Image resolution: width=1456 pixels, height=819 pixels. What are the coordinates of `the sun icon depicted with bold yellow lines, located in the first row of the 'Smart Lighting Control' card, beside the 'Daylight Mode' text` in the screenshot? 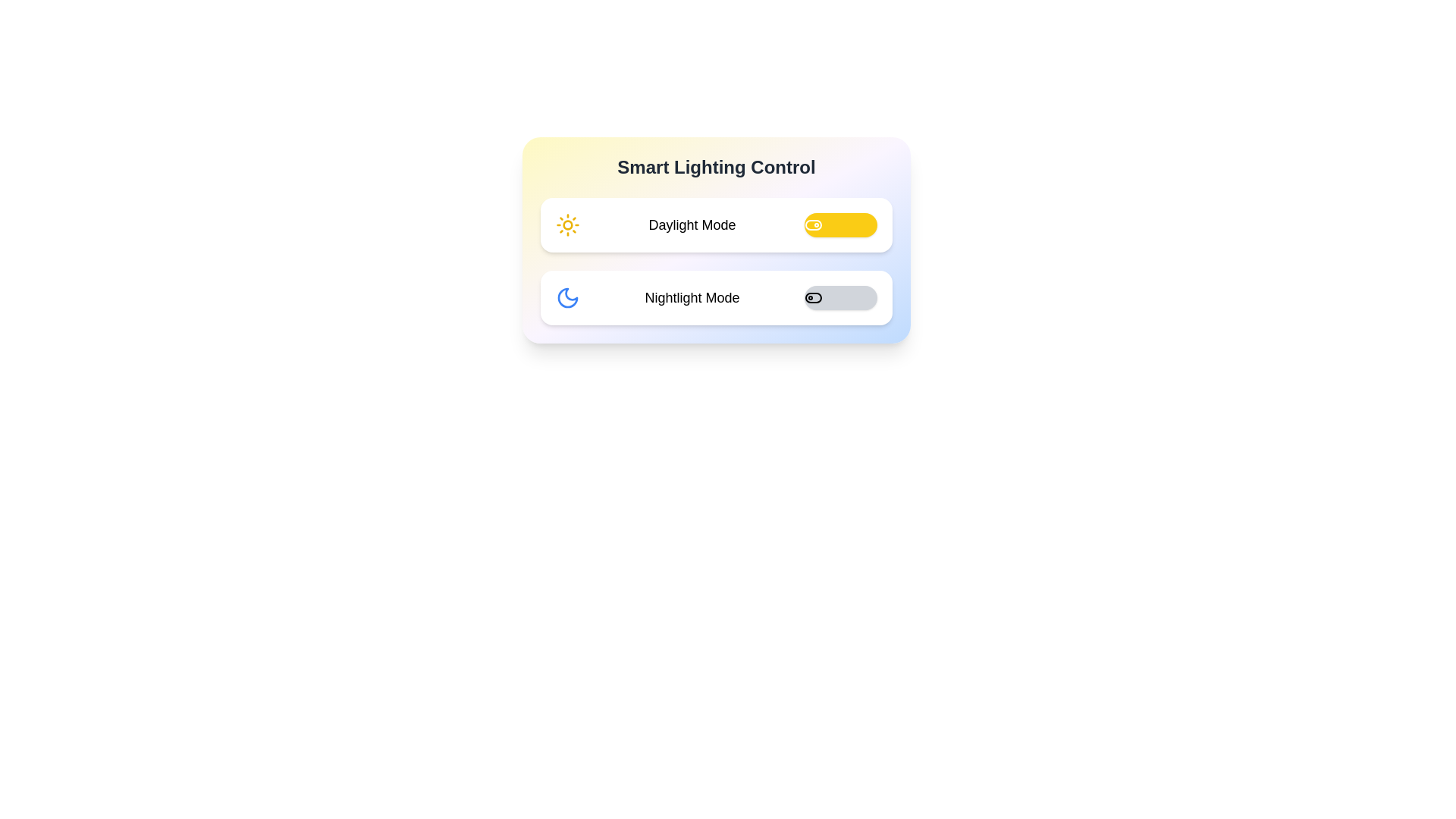 It's located at (566, 225).